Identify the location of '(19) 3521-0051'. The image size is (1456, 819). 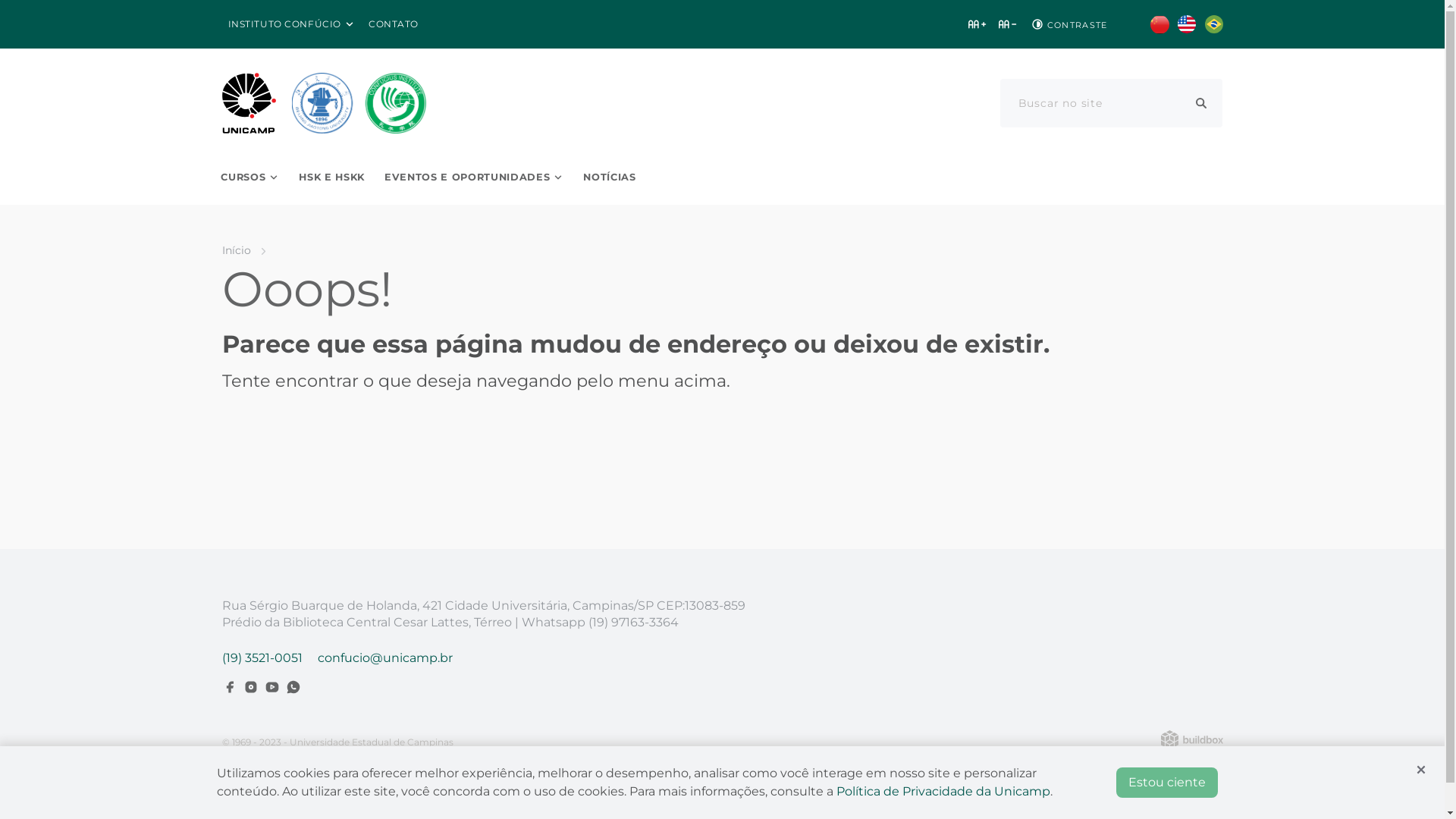
(262, 657).